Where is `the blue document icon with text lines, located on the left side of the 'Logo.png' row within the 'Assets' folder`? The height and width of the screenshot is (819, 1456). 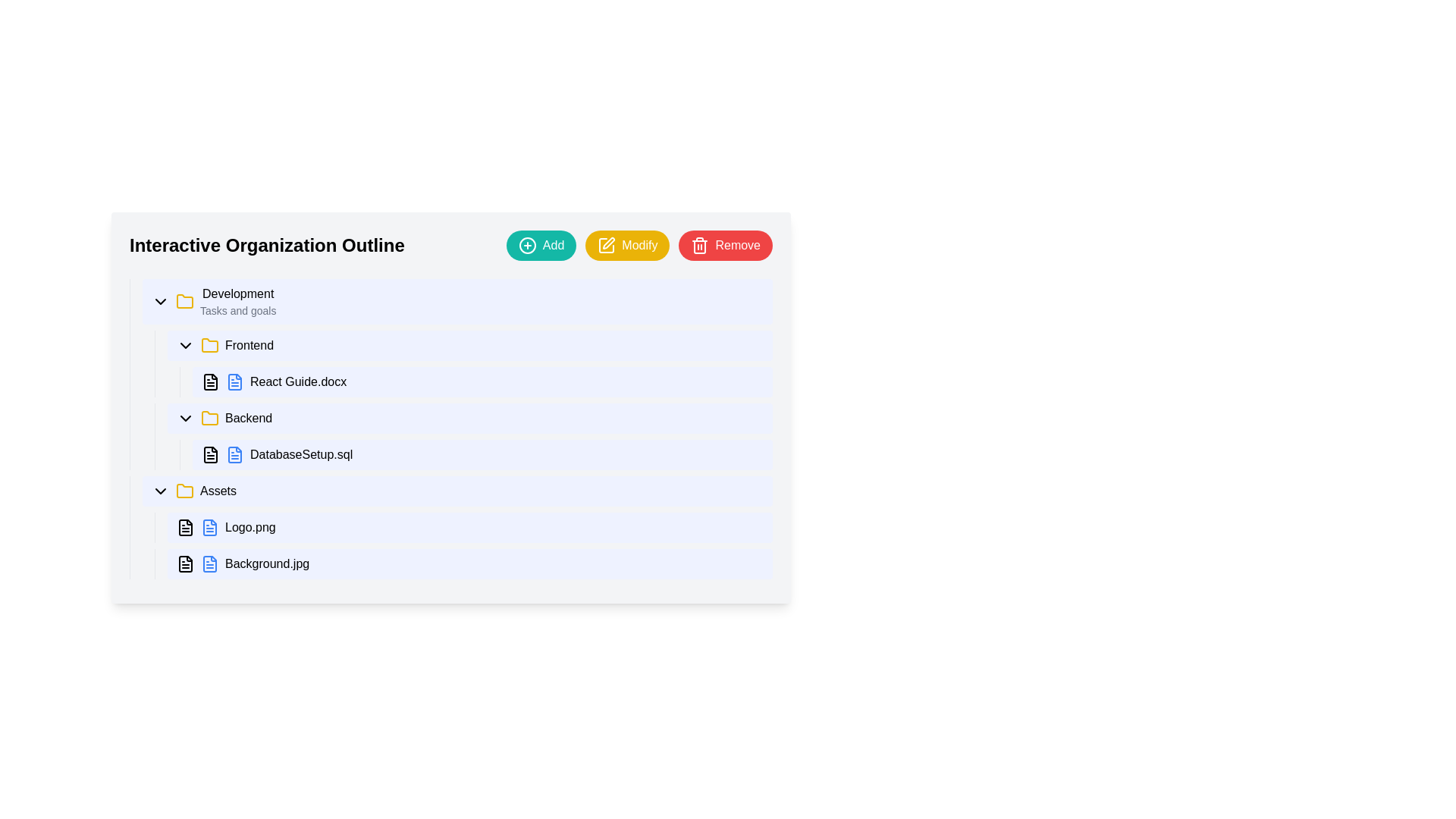
the blue document icon with text lines, located on the left side of the 'Logo.png' row within the 'Assets' folder is located at coordinates (209, 526).